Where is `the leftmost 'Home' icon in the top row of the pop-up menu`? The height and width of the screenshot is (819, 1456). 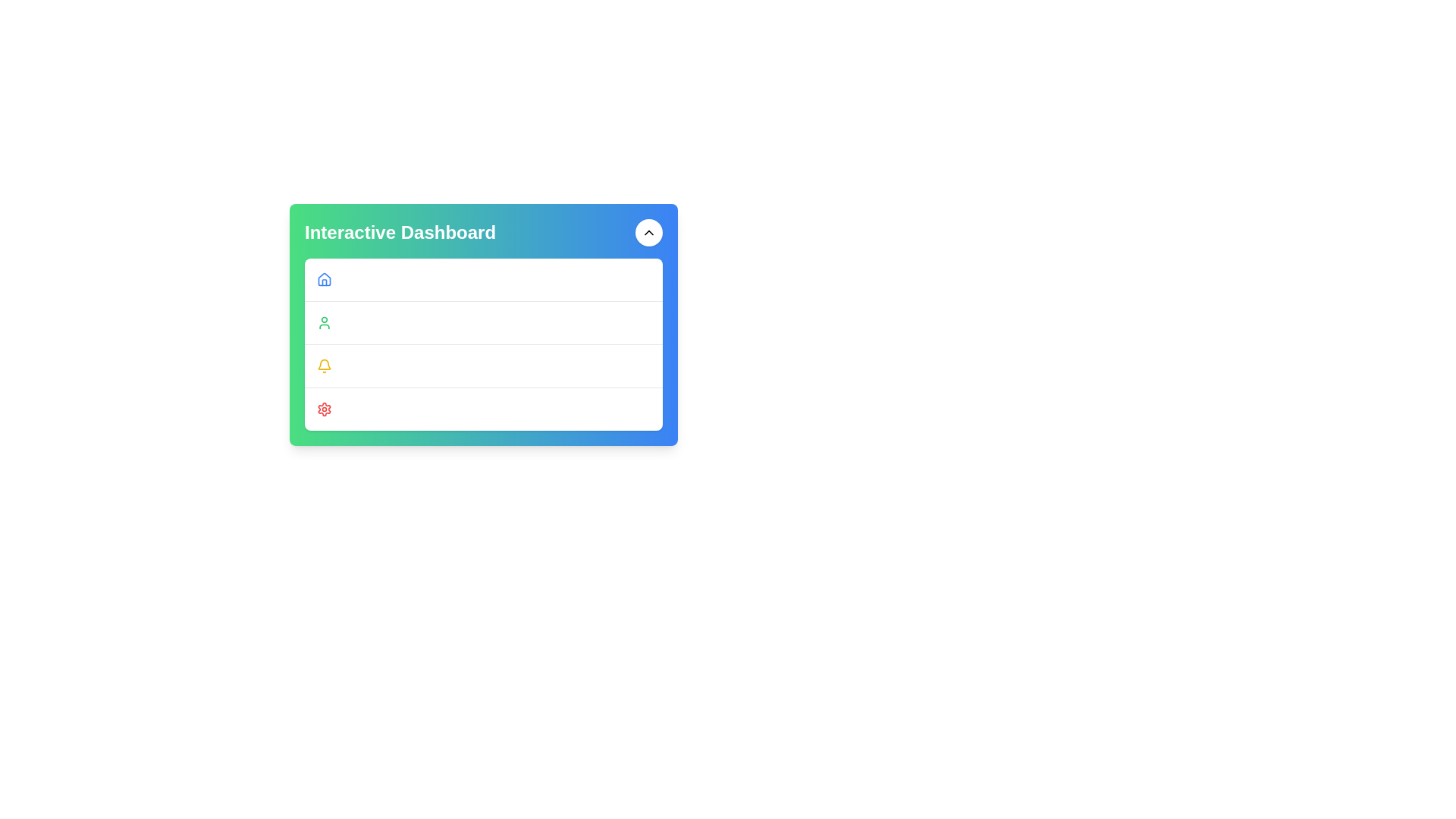 the leftmost 'Home' icon in the top row of the pop-up menu is located at coordinates (323, 280).